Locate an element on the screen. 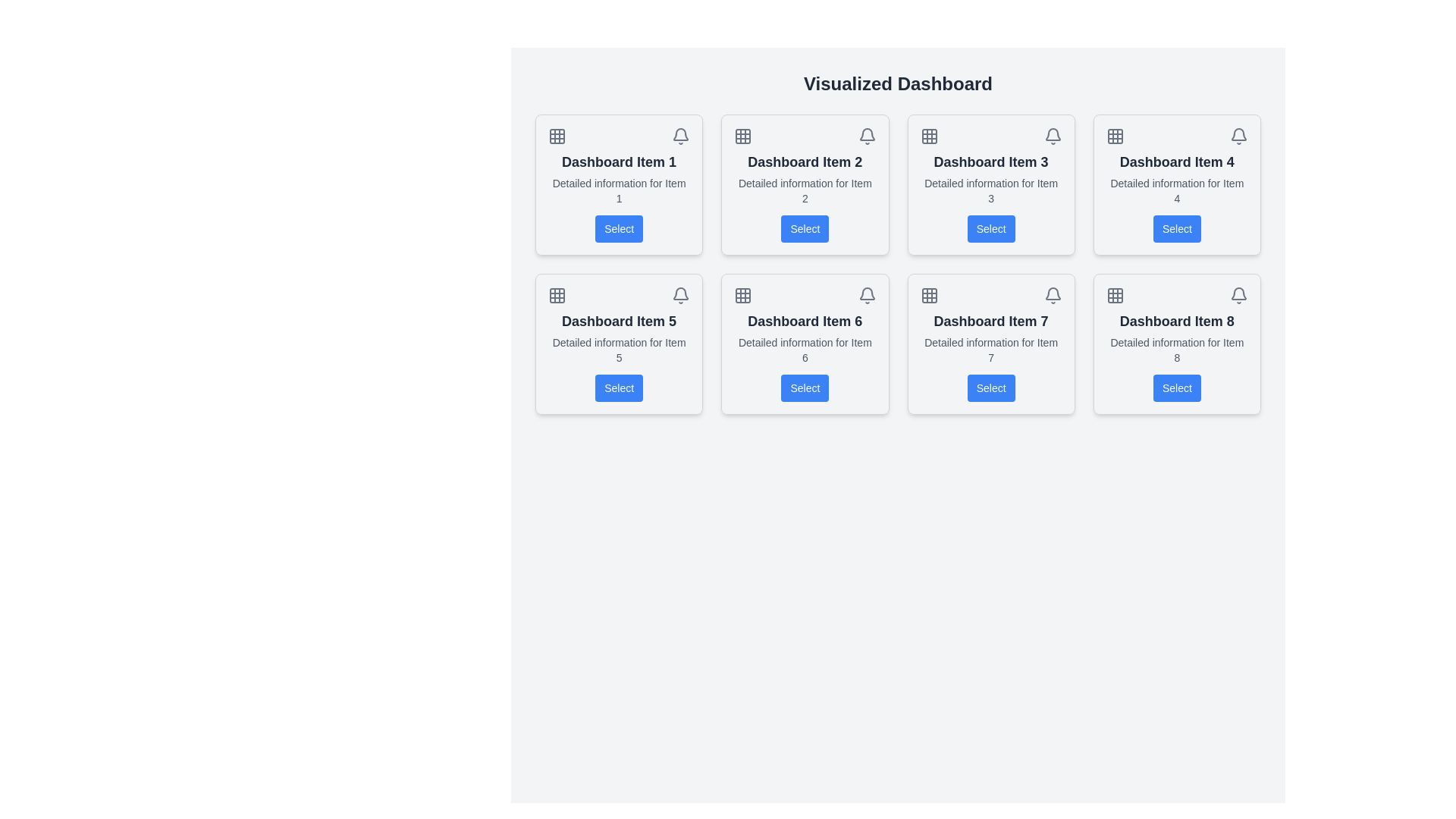 The width and height of the screenshot is (1456, 819). the 'Select' button in the second card titled 'Dashboard Item 2' is located at coordinates (804, 228).